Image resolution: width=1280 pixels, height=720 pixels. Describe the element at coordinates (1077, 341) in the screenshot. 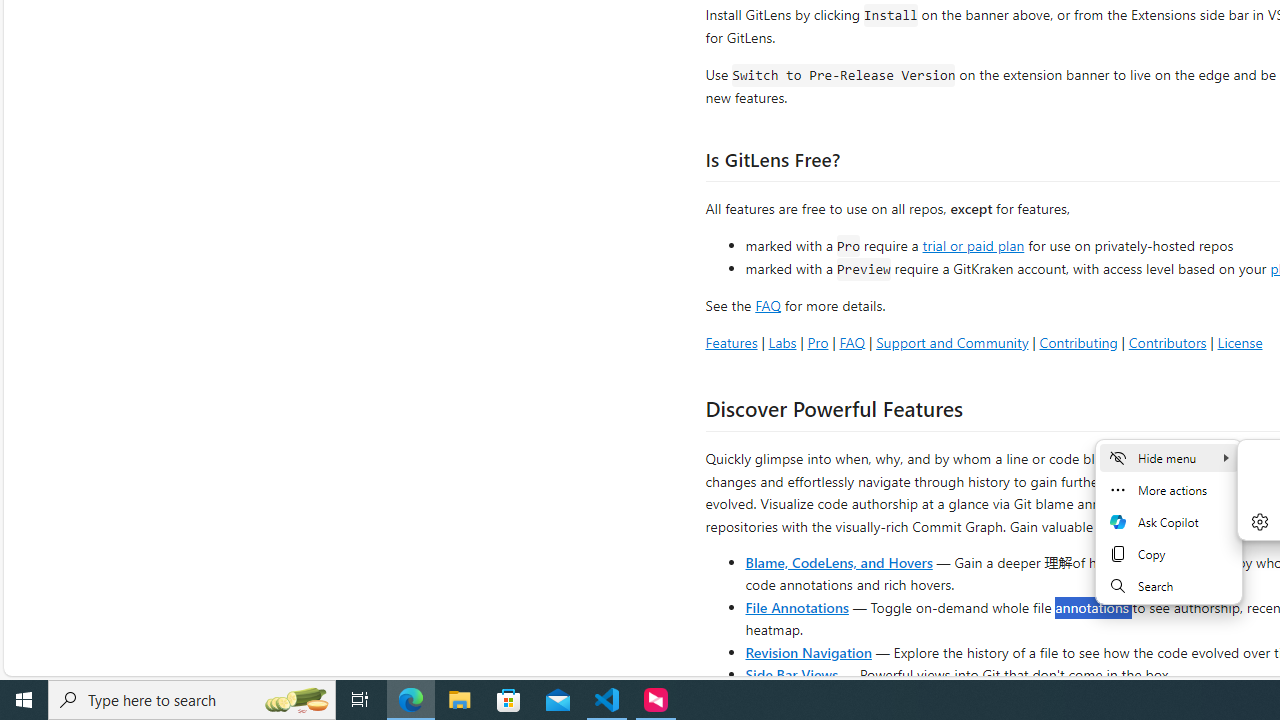

I see `'Contributing'` at that location.